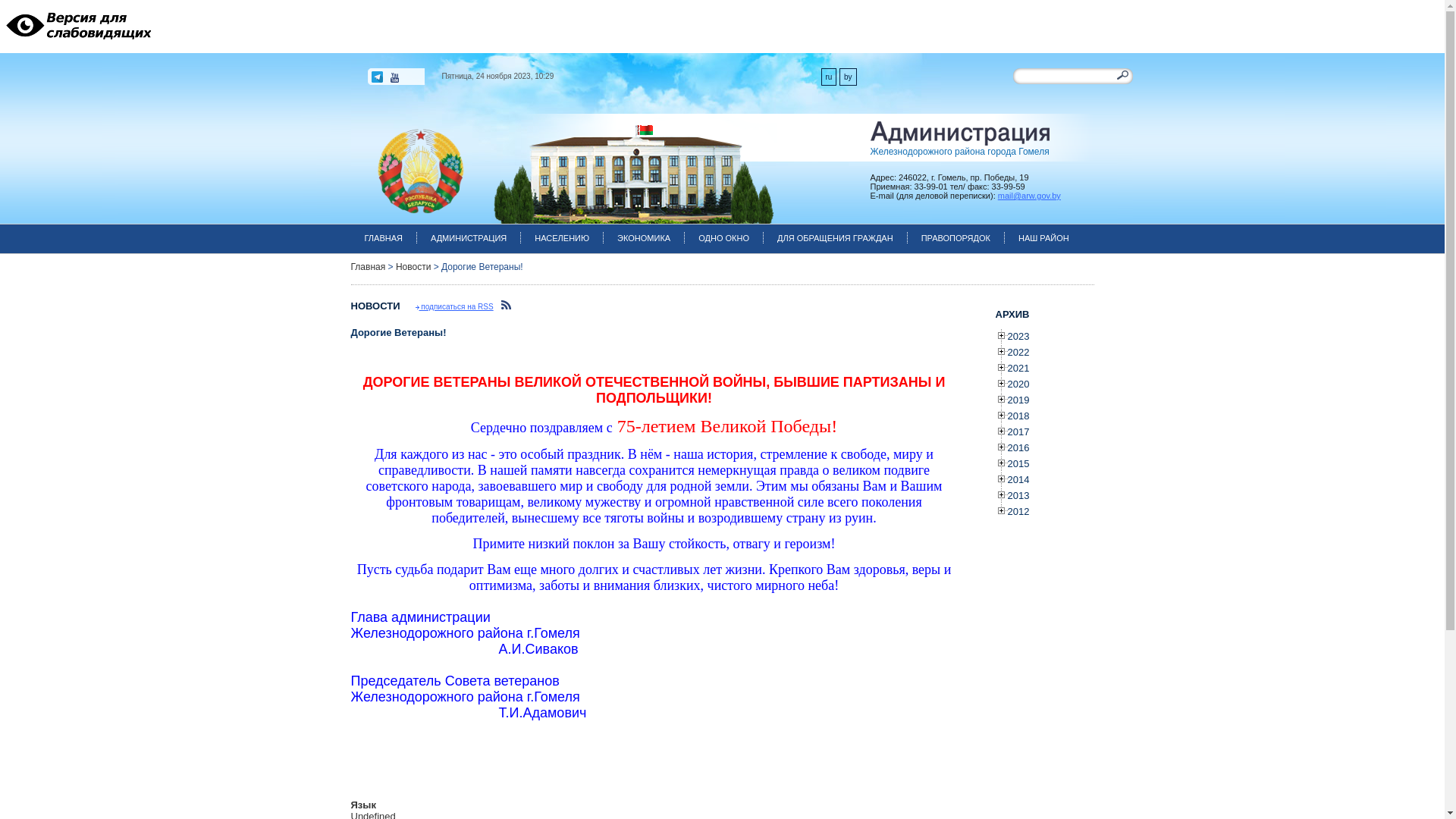  Describe the element at coordinates (847, 77) in the screenshot. I see `'by'` at that location.